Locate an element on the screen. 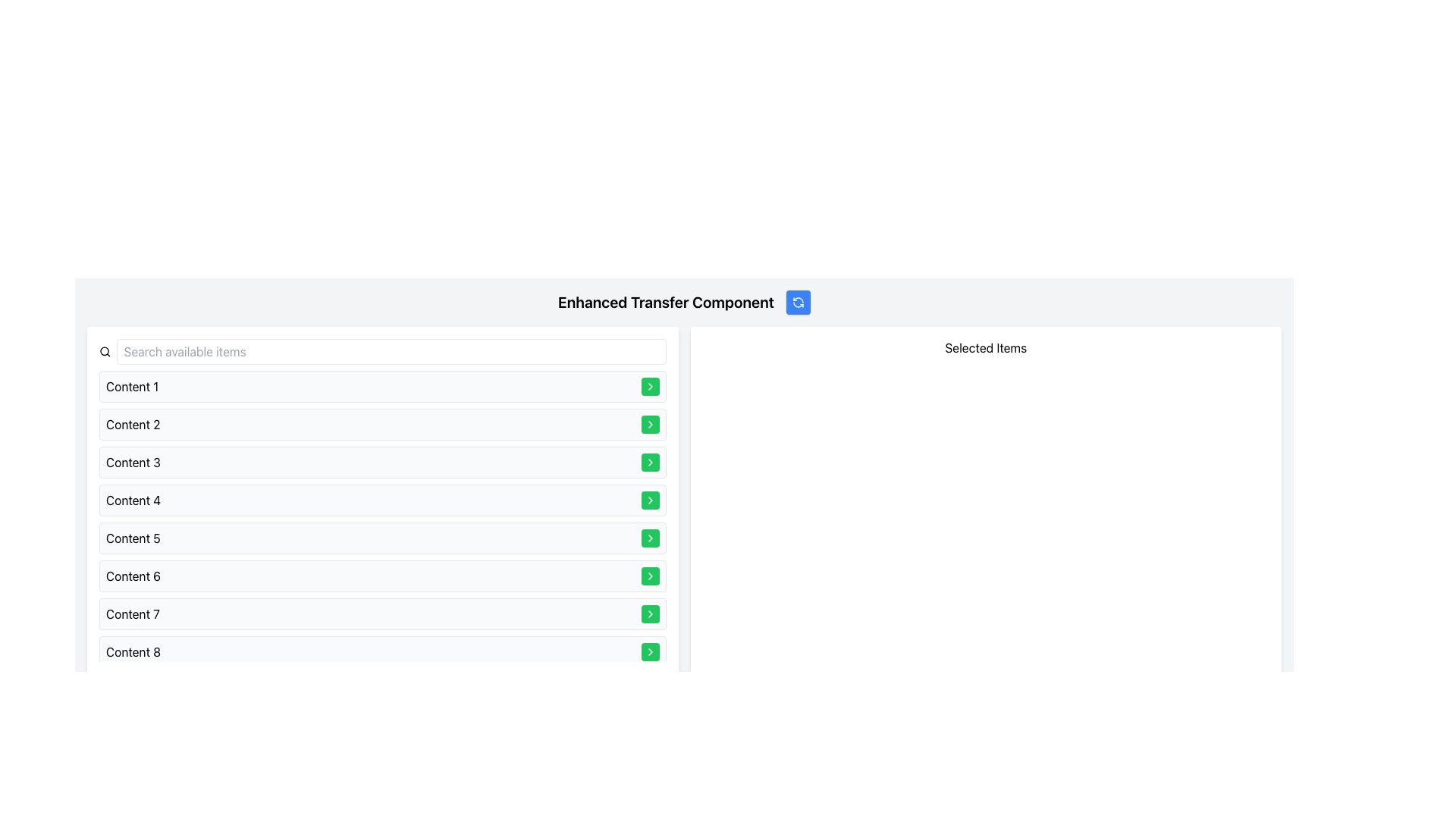 The image size is (1456, 819). the Right-pointing chevron icon located to the far right of 'Content 8' within the green button is located at coordinates (650, 537).